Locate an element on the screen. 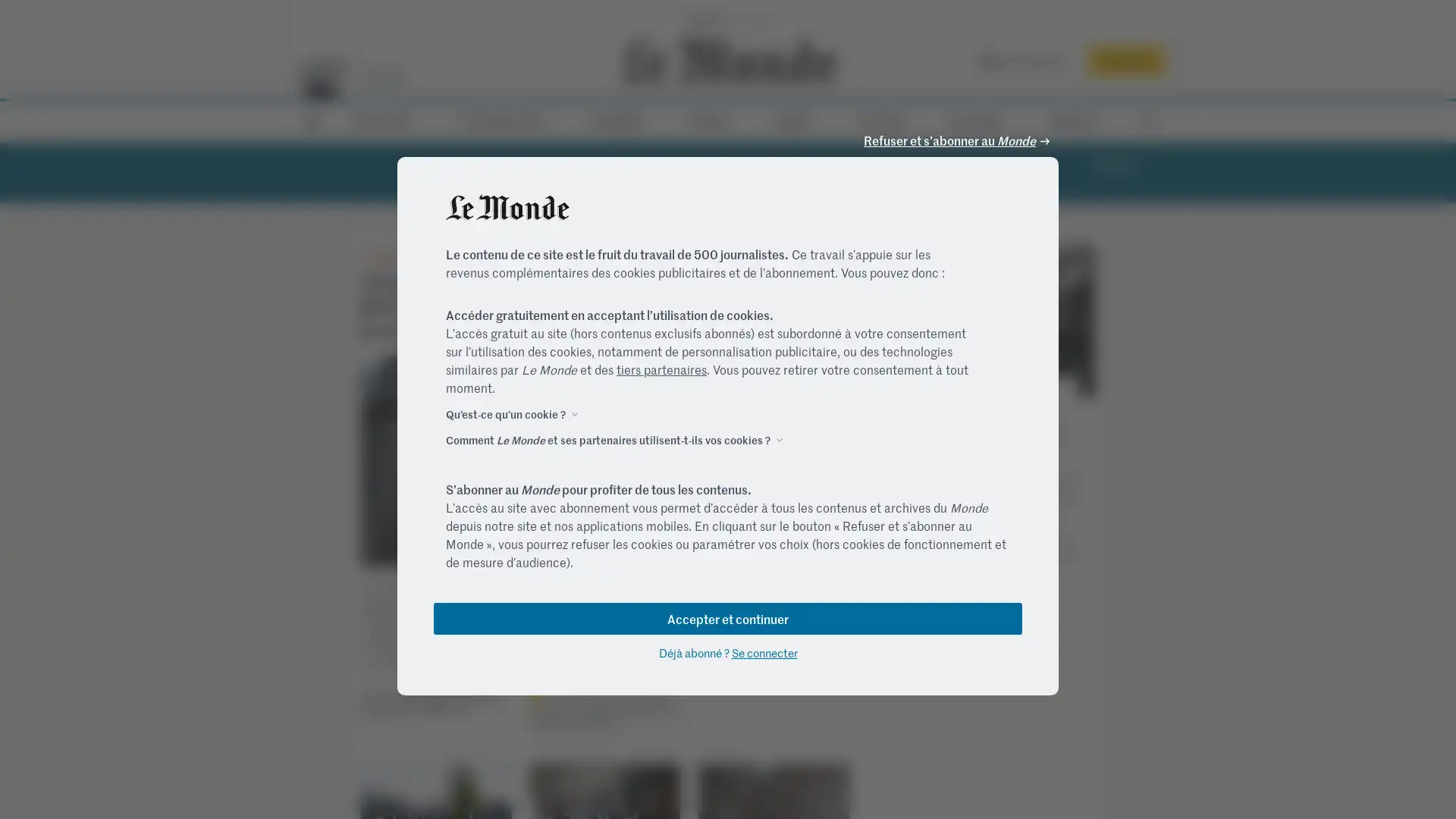 This screenshot has height=819, width=1456. M LE MAG is located at coordinates (983, 120).